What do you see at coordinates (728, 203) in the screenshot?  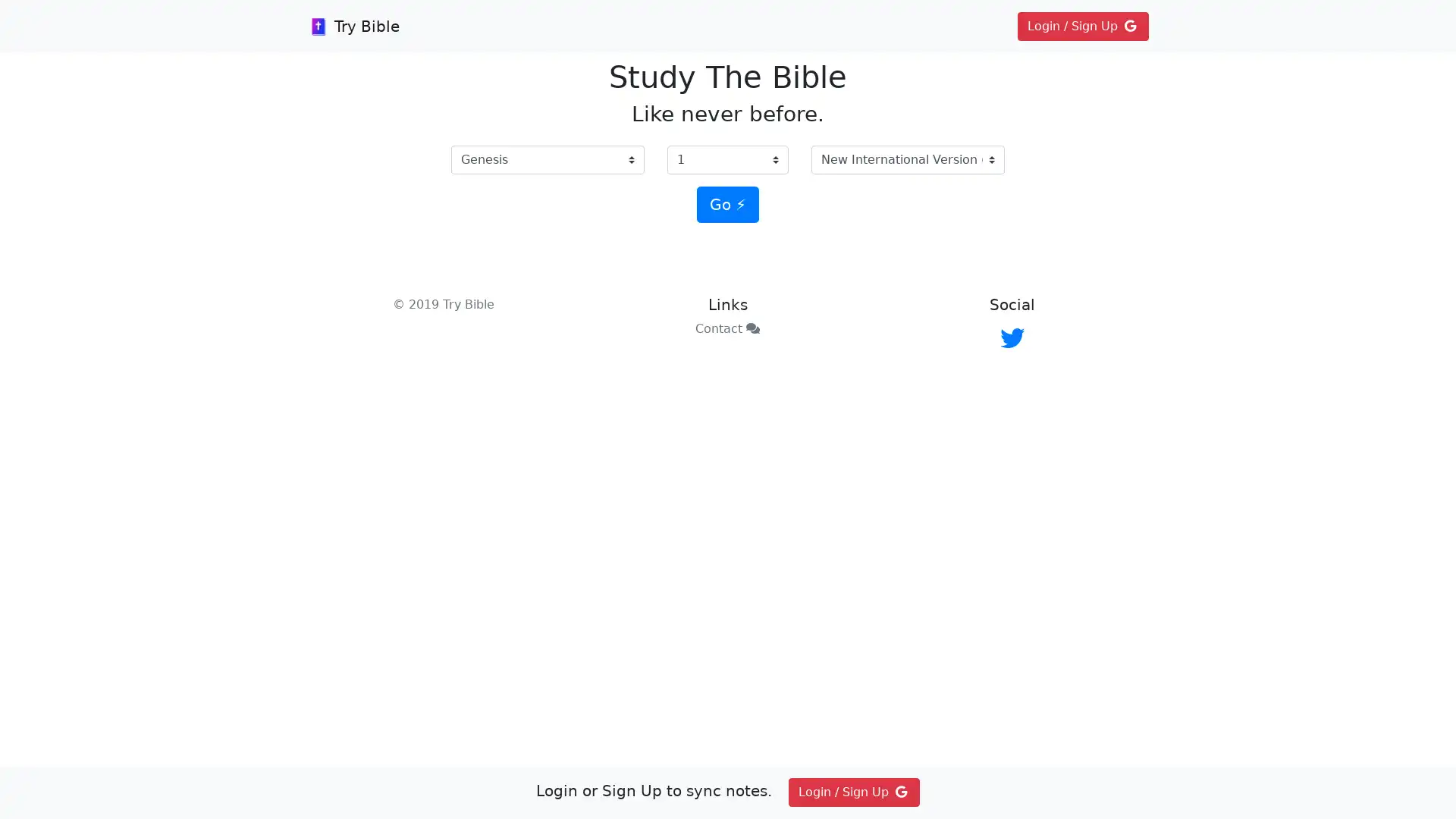 I see `Go` at bounding box center [728, 203].